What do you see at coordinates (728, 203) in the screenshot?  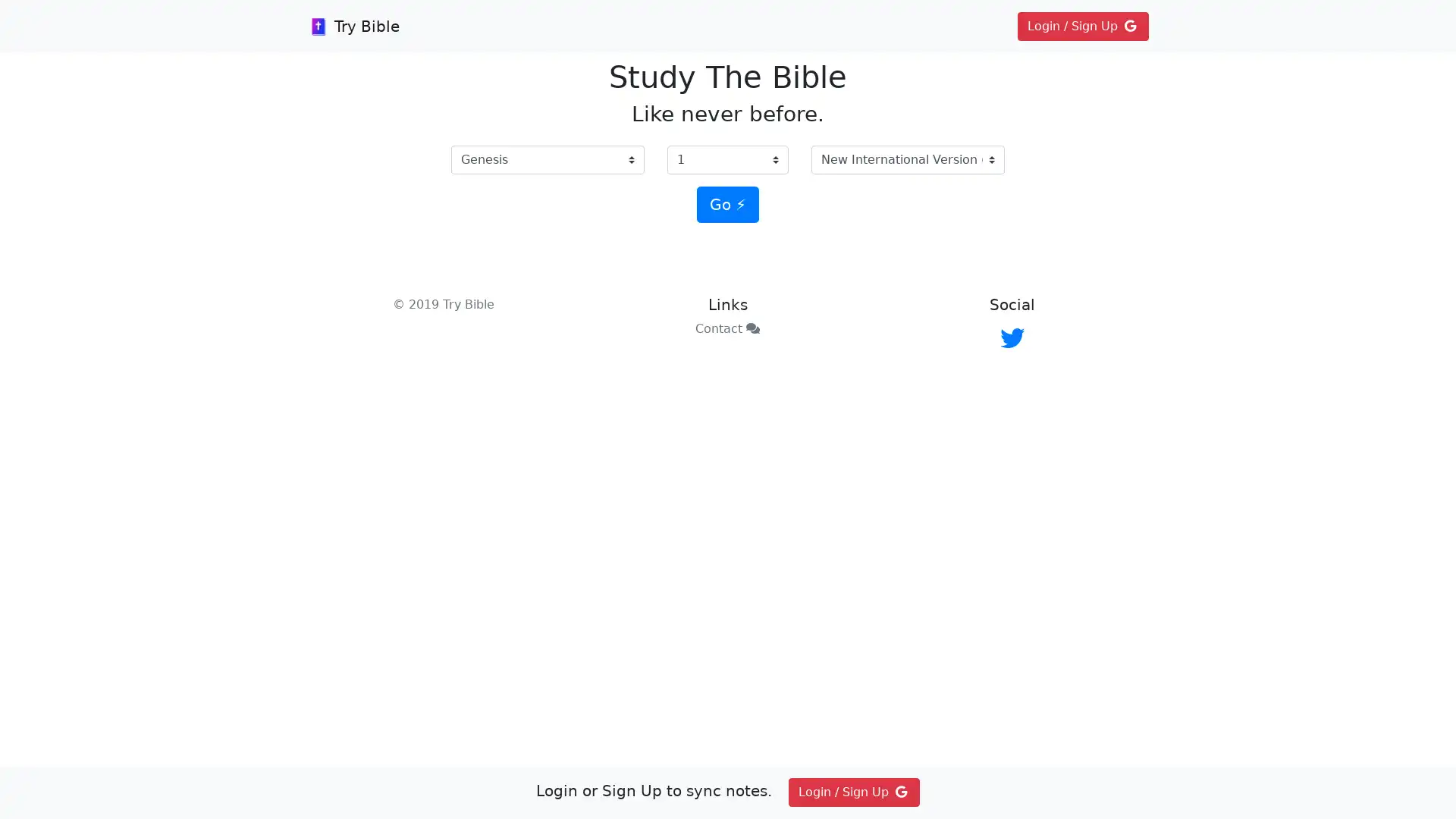 I see `Go` at bounding box center [728, 203].